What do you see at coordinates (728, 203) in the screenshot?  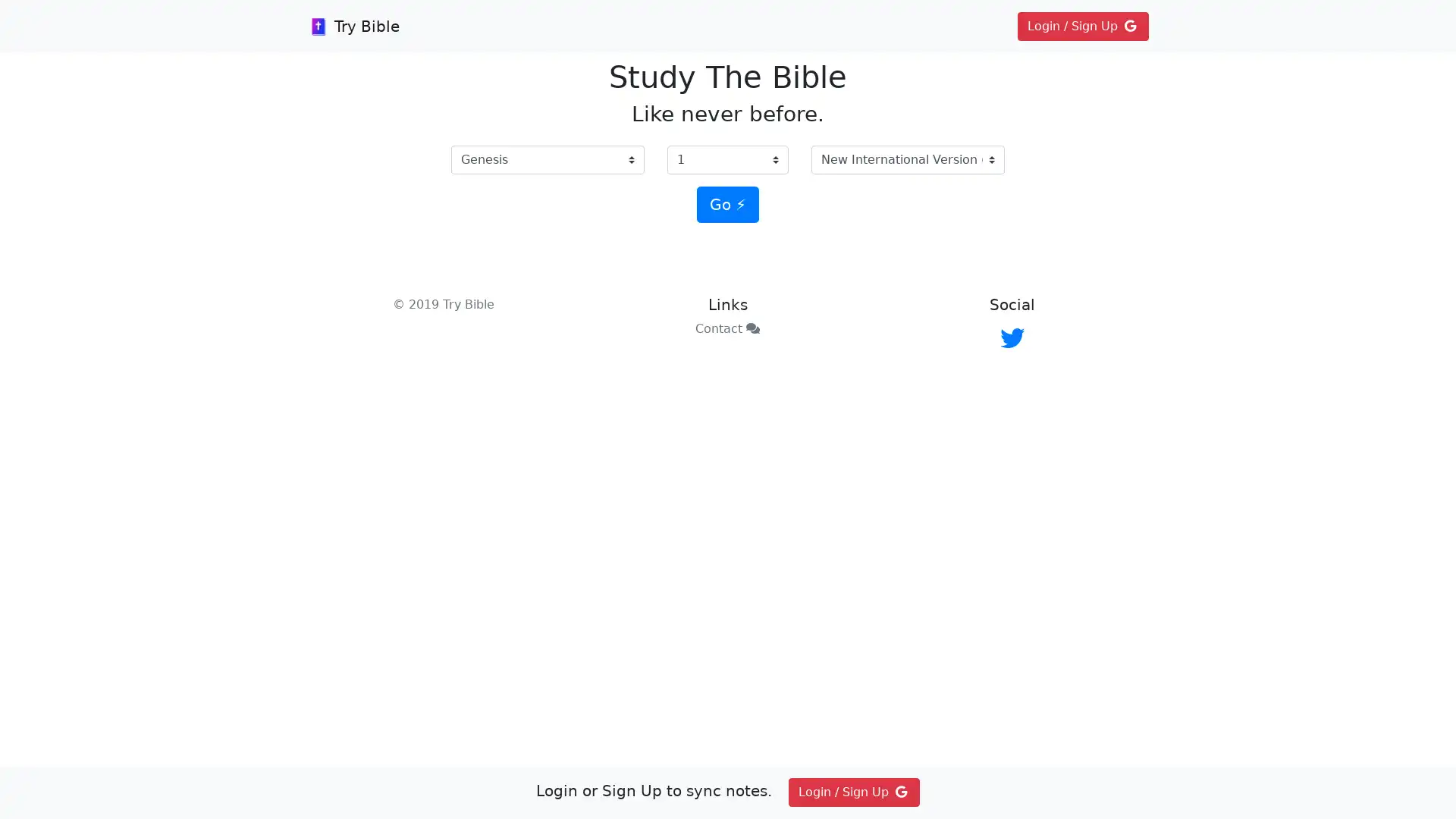 I see `Go` at bounding box center [728, 203].